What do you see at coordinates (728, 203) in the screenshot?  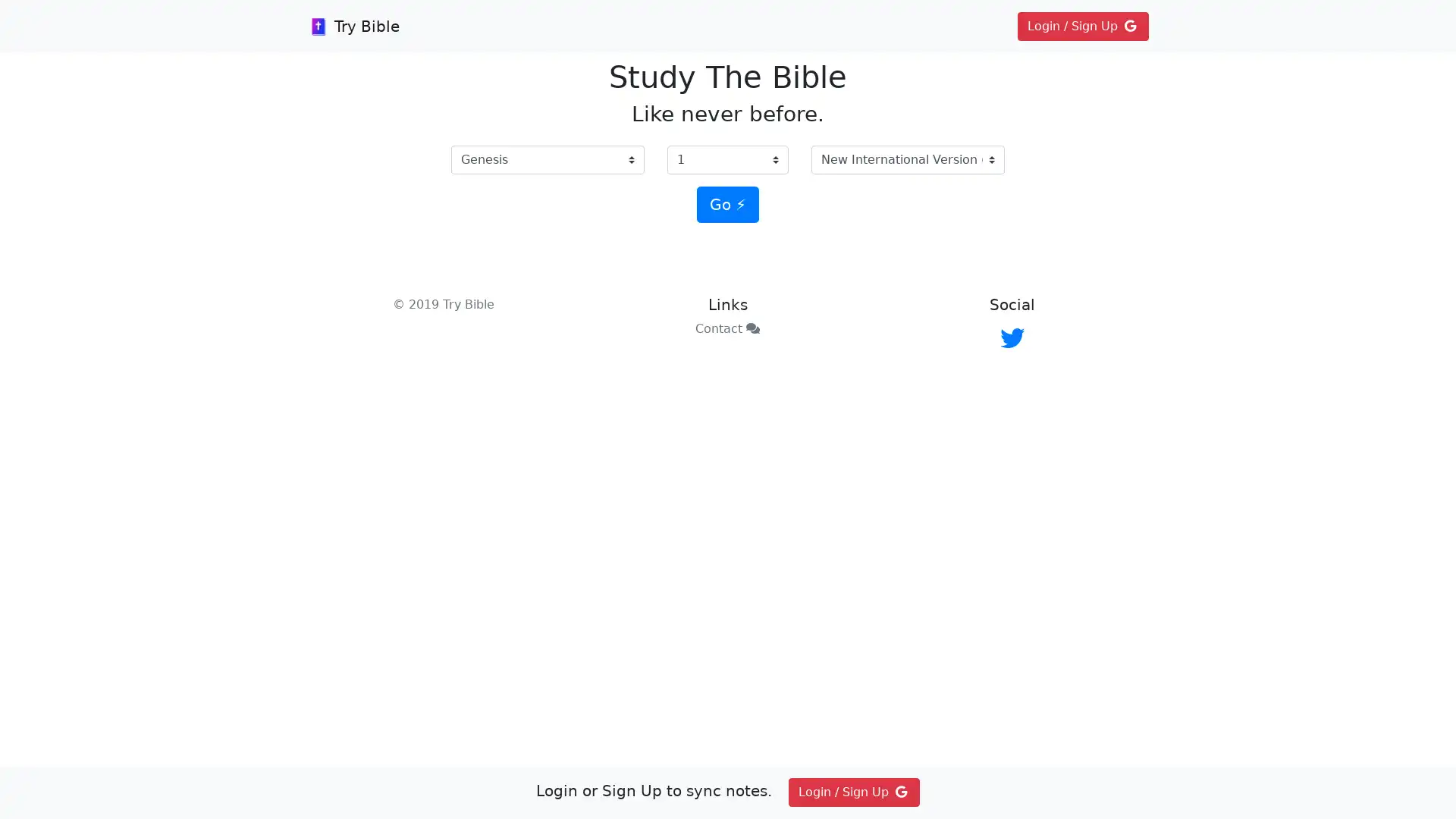 I see `Go` at bounding box center [728, 203].